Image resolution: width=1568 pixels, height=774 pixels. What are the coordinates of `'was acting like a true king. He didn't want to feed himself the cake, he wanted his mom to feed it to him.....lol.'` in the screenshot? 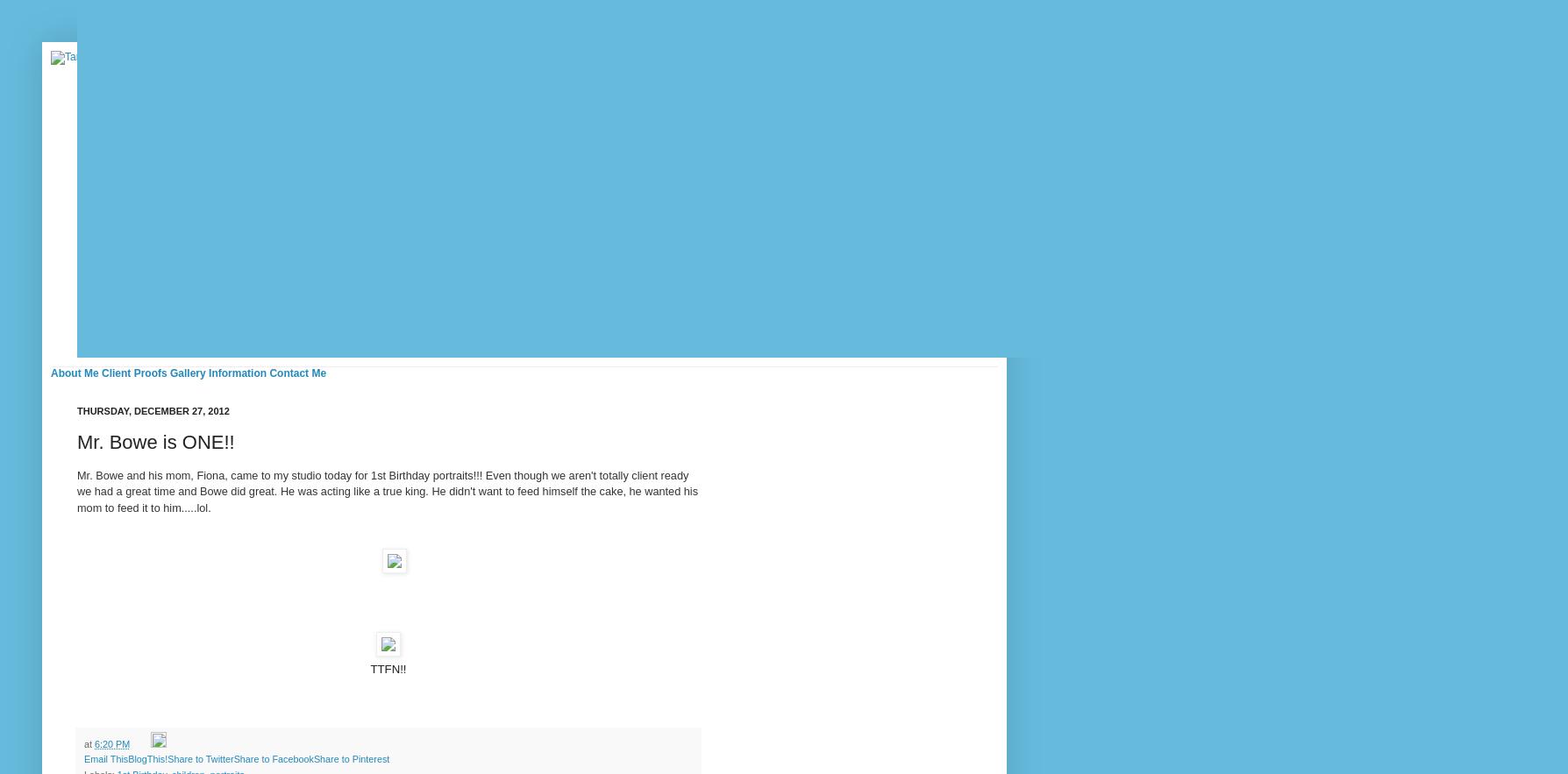 It's located at (386, 499).